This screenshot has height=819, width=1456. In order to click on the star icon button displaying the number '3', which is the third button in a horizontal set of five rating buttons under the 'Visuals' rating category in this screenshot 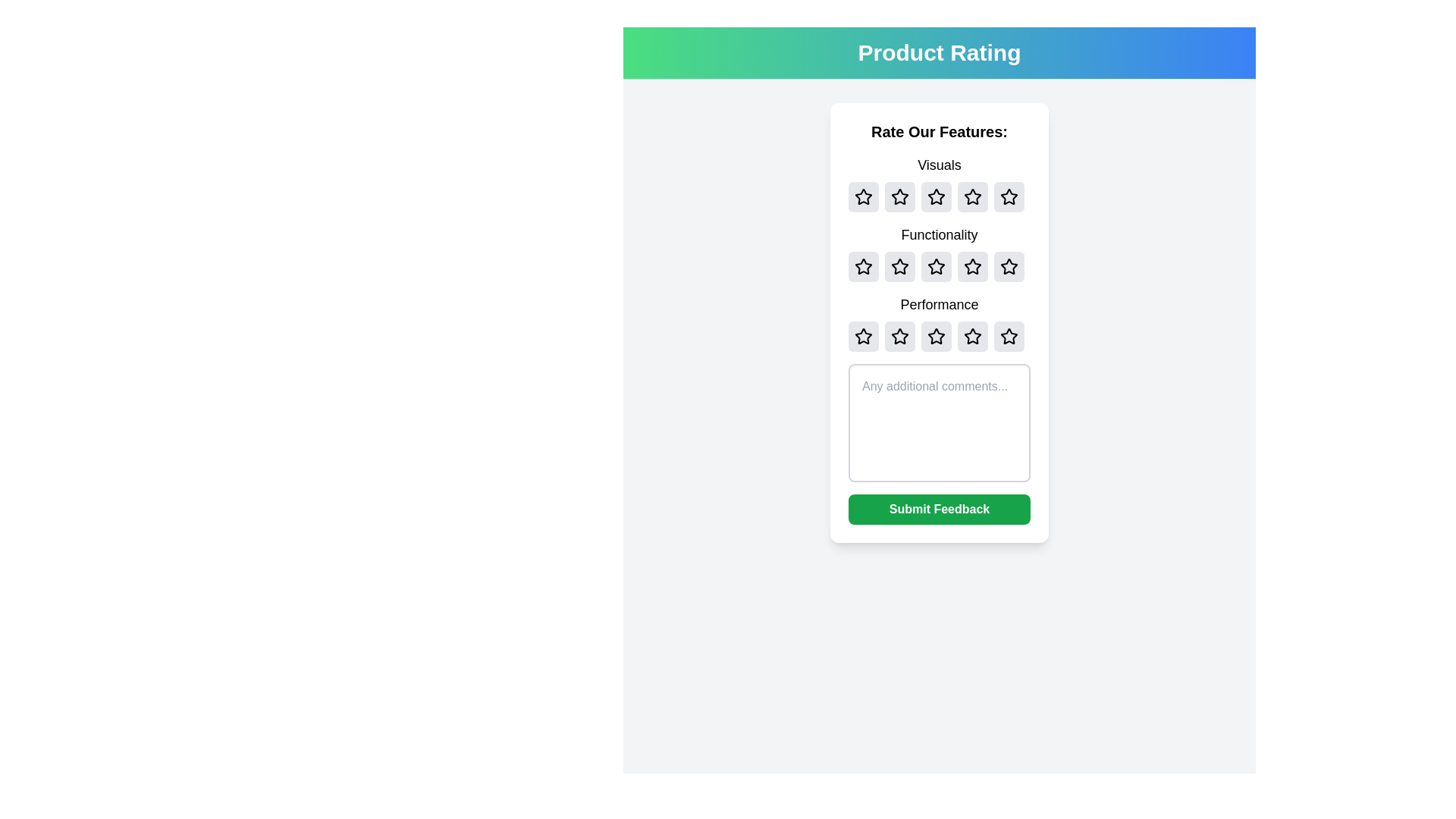, I will do `click(935, 196)`.